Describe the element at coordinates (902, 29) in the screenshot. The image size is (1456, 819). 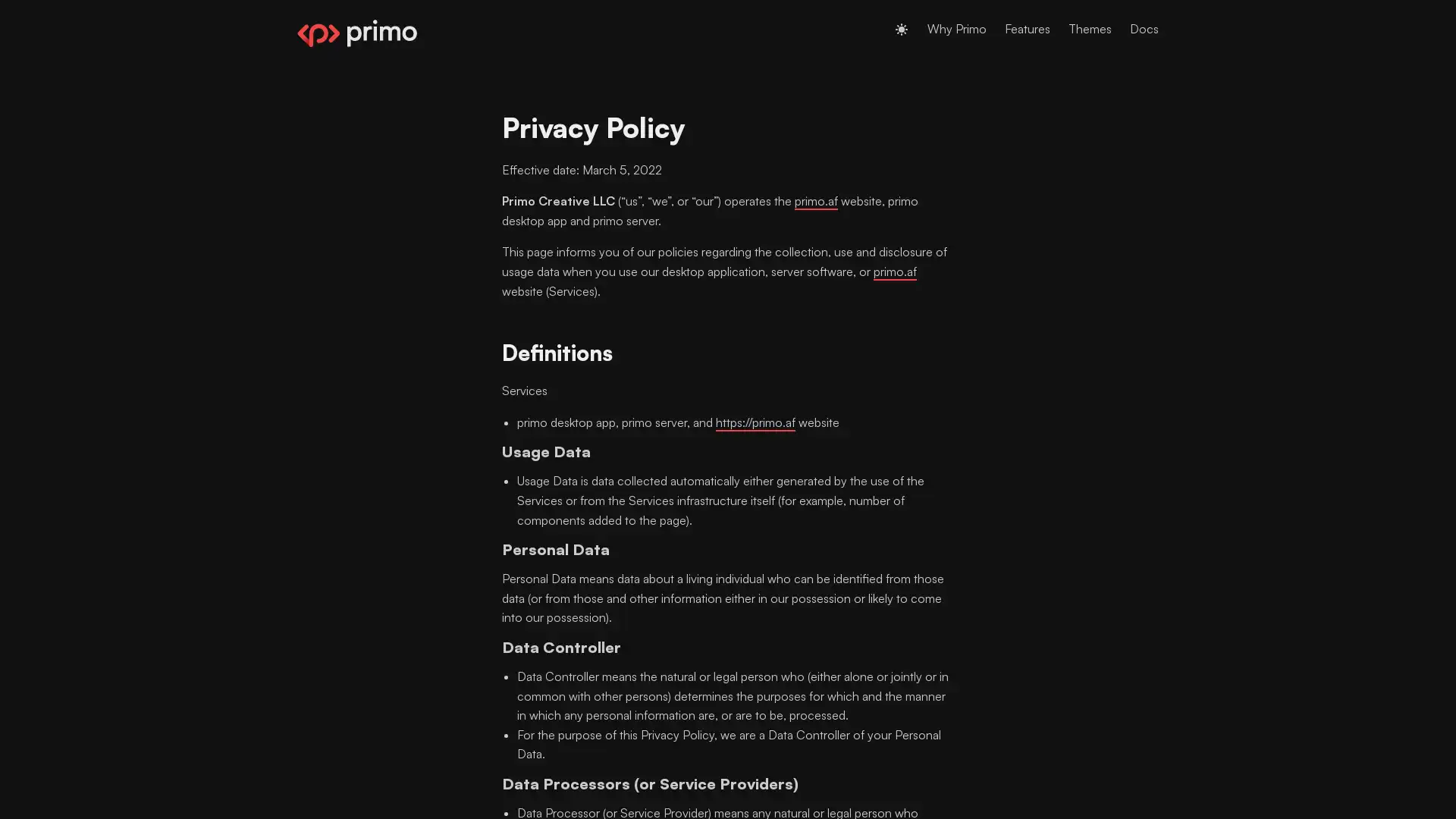
I see `Toggle dark mode` at that location.